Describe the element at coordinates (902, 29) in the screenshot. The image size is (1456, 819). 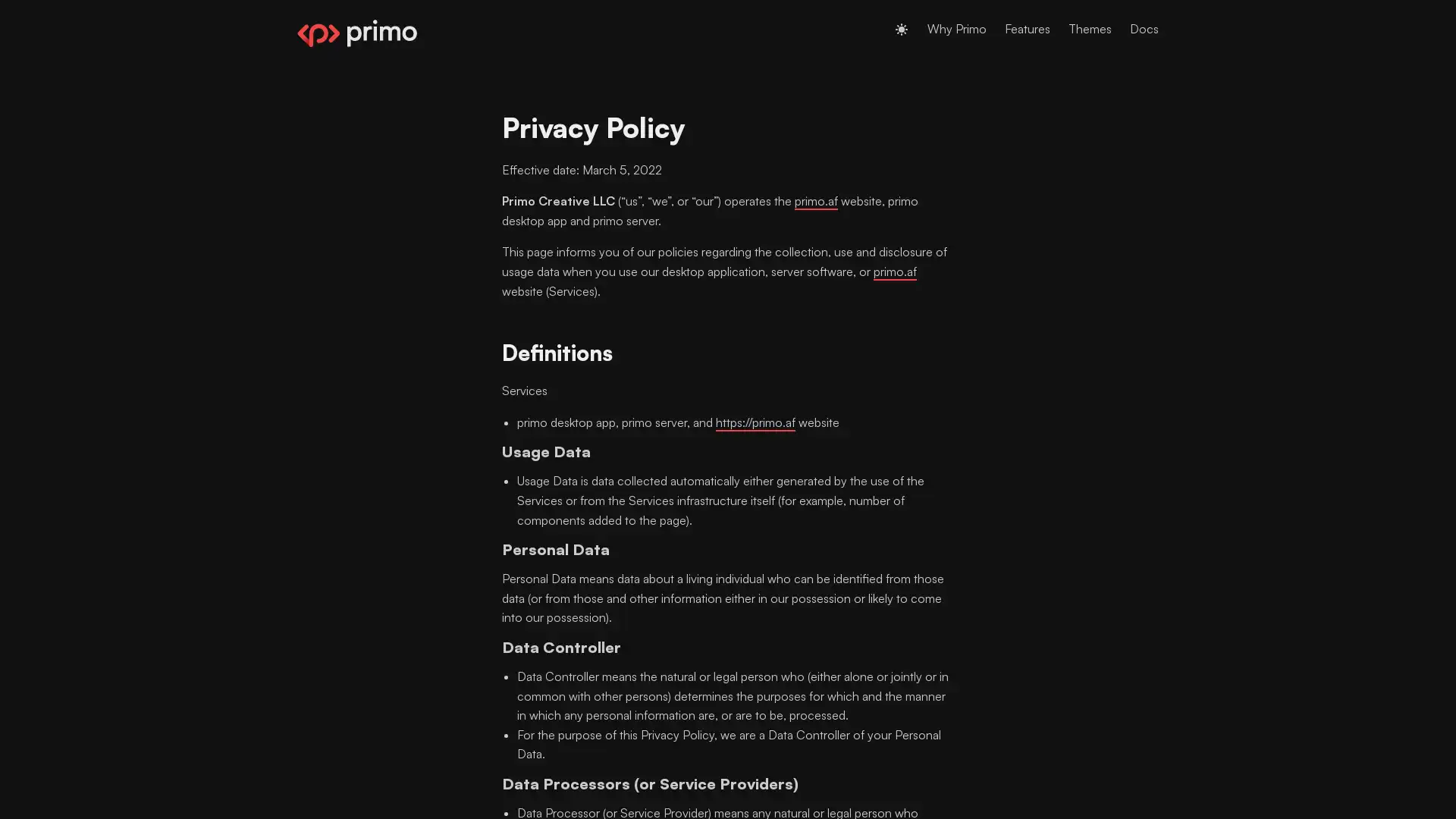
I see `Toggle dark mode` at that location.